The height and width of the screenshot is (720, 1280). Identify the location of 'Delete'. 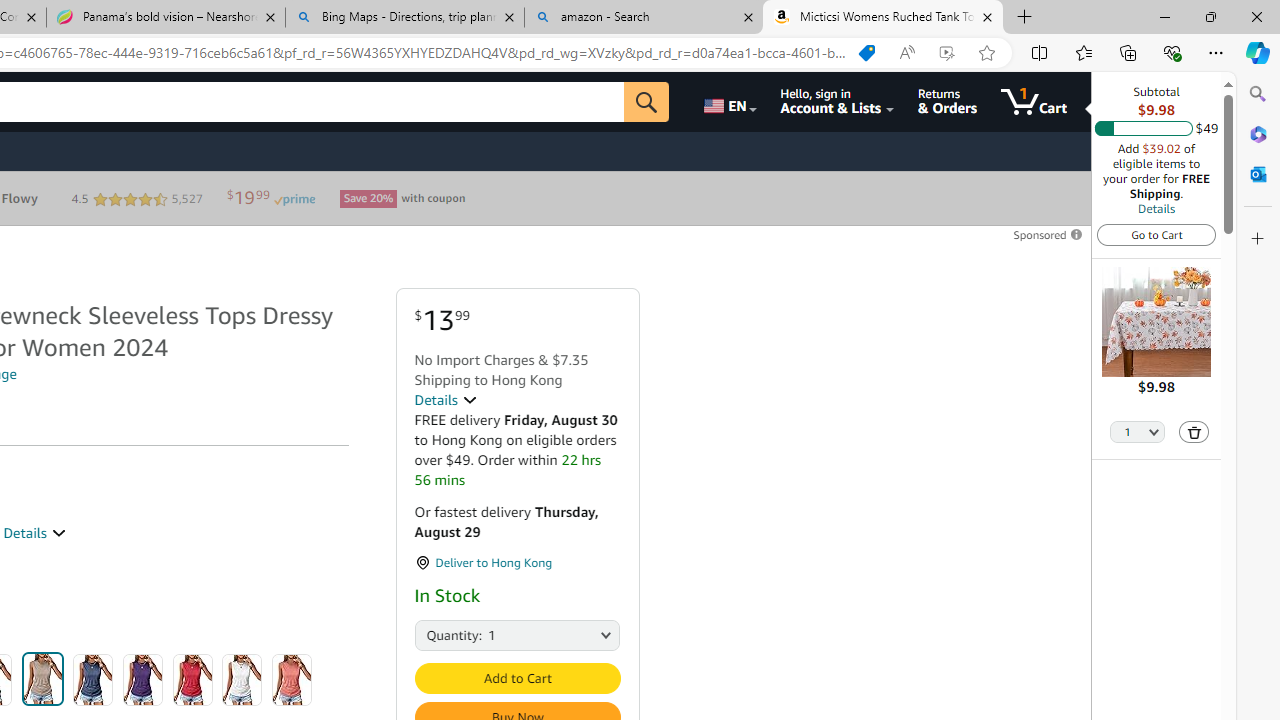
(1194, 430).